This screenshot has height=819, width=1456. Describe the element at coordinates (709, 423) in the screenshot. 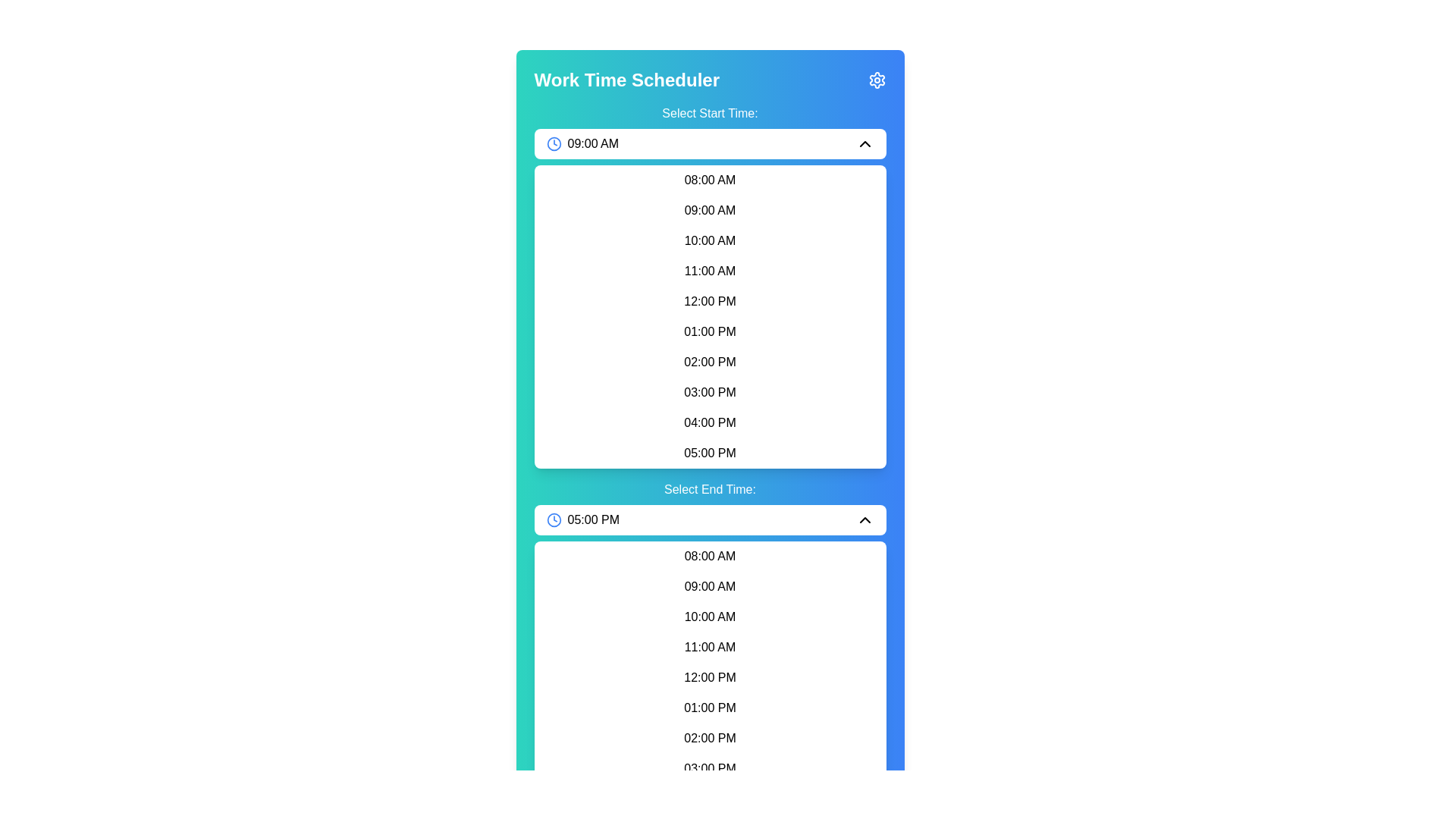

I see `the selectable time option for 04:00 PM in the scheduling interface` at that location.